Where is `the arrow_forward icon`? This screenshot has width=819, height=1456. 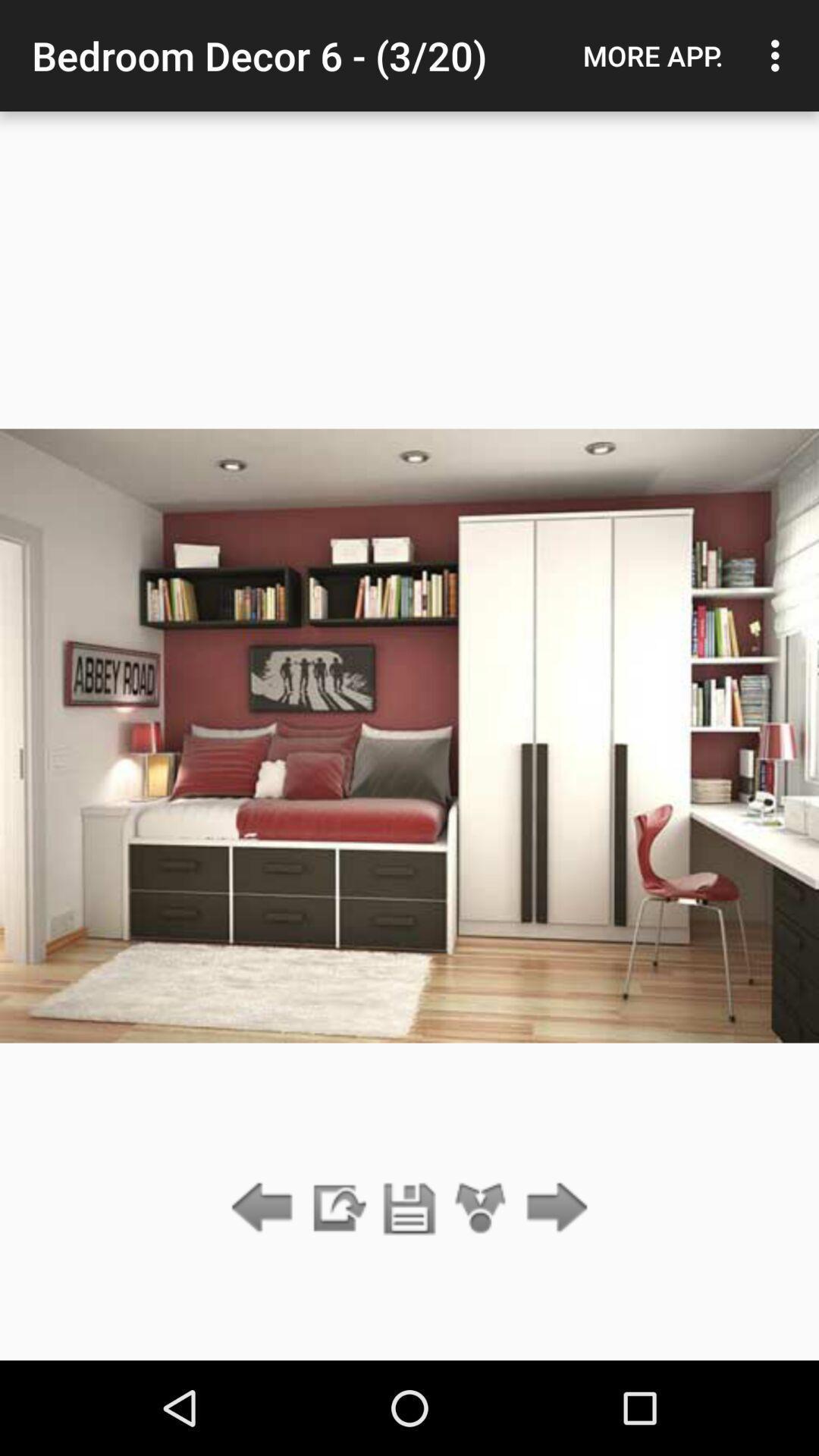 the arrow_forward icon is located at coordinates (553, 1208).